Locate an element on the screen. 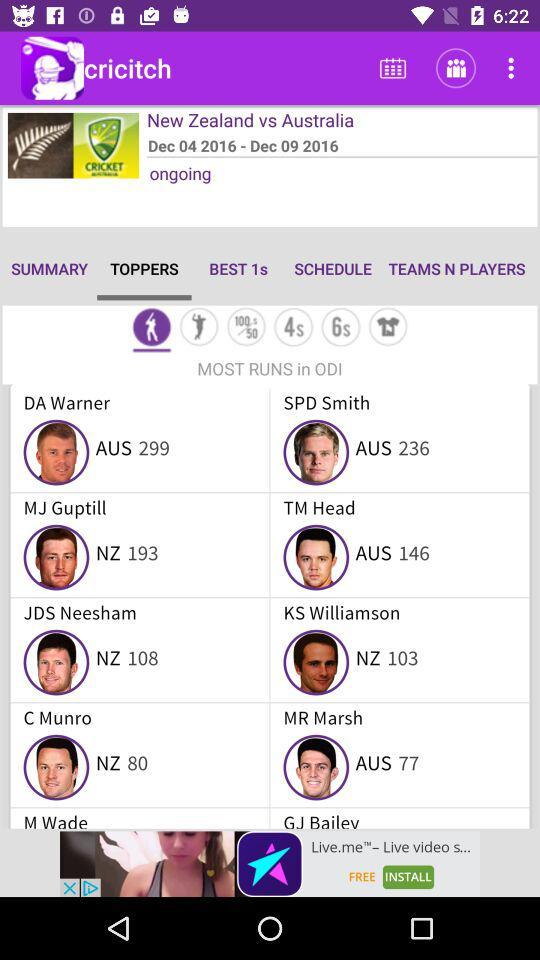 The width and height of the screenshot is (540, 960). open advertisement is located at coordinates (270, 863).